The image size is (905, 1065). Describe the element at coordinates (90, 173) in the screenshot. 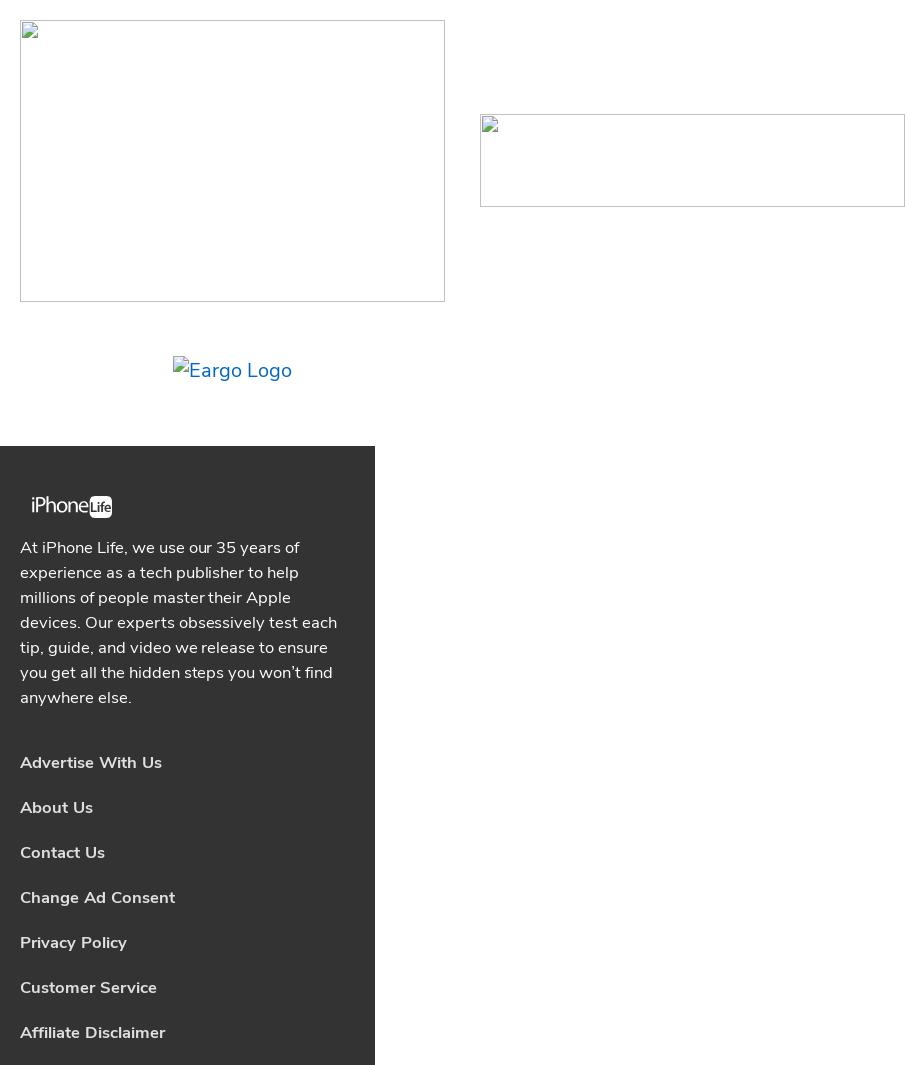

I see `'Advertise With Us'` at that location.